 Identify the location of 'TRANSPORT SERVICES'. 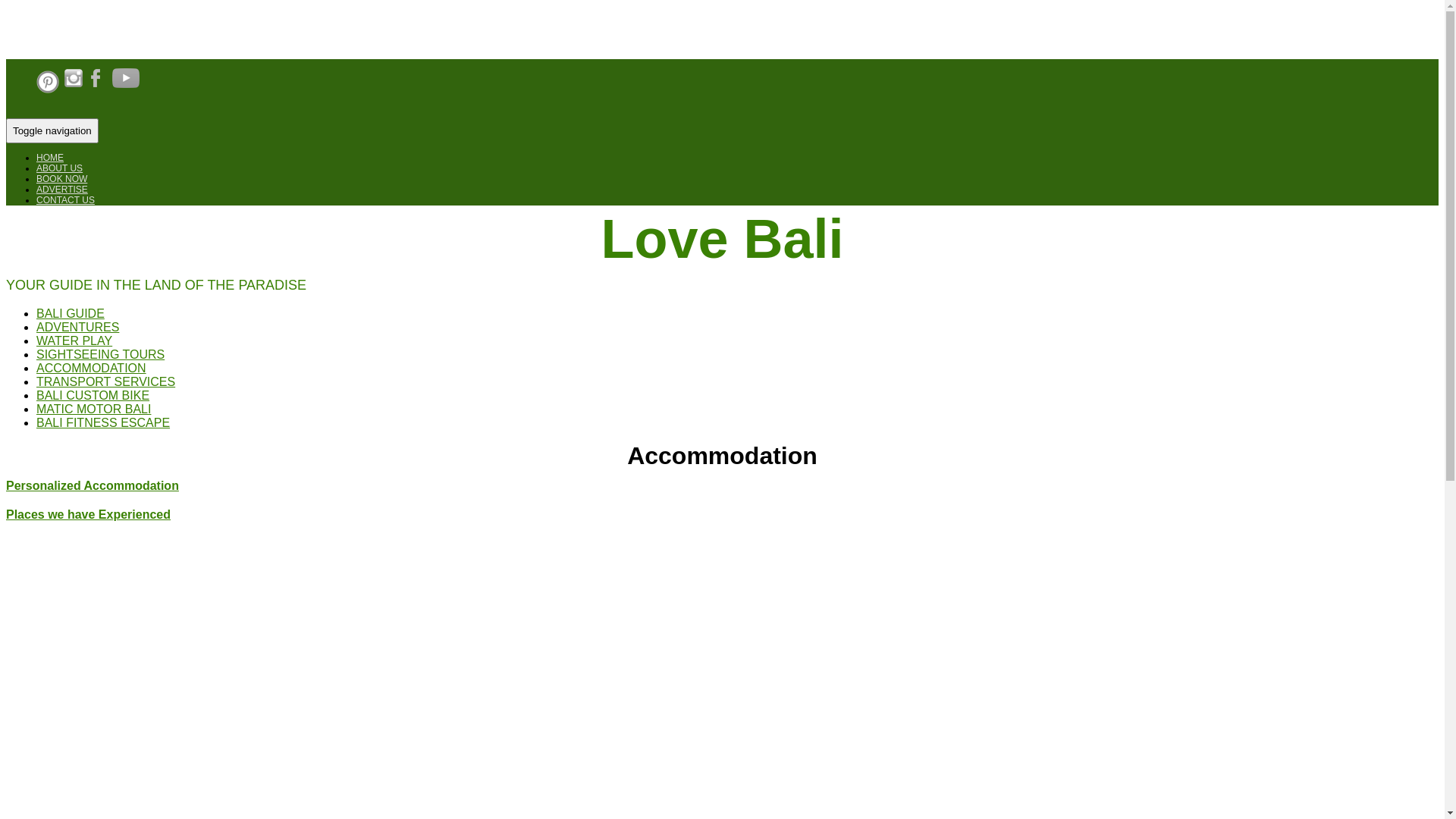
(105, 381).